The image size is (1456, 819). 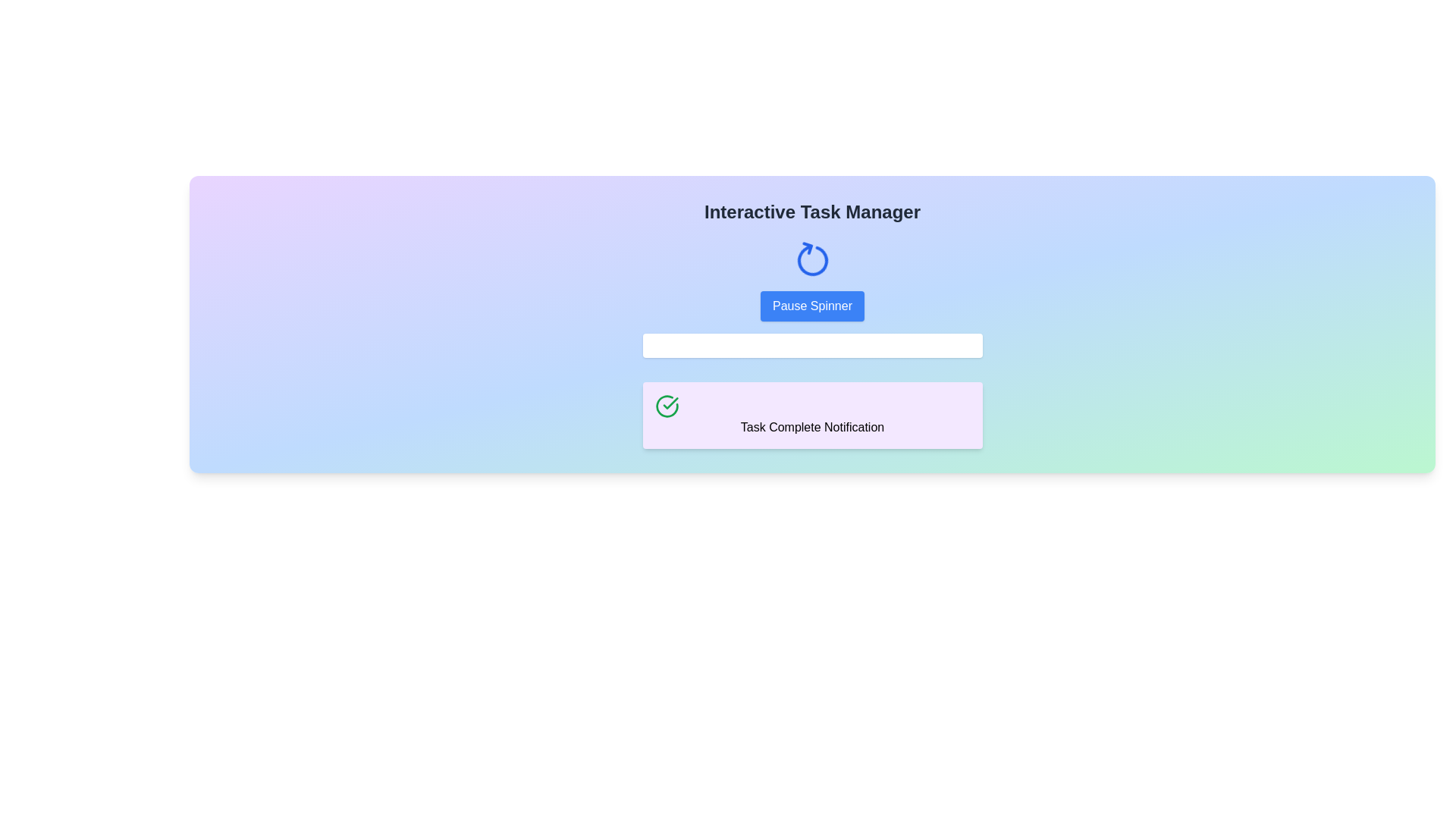 What do you see at coordinates (667, 406) in the screenshot?
I see `the green circular checkmark icon associated with the 'Task Complete Notification', which is located to the left of the notification text` at bounding box center [667, 406].